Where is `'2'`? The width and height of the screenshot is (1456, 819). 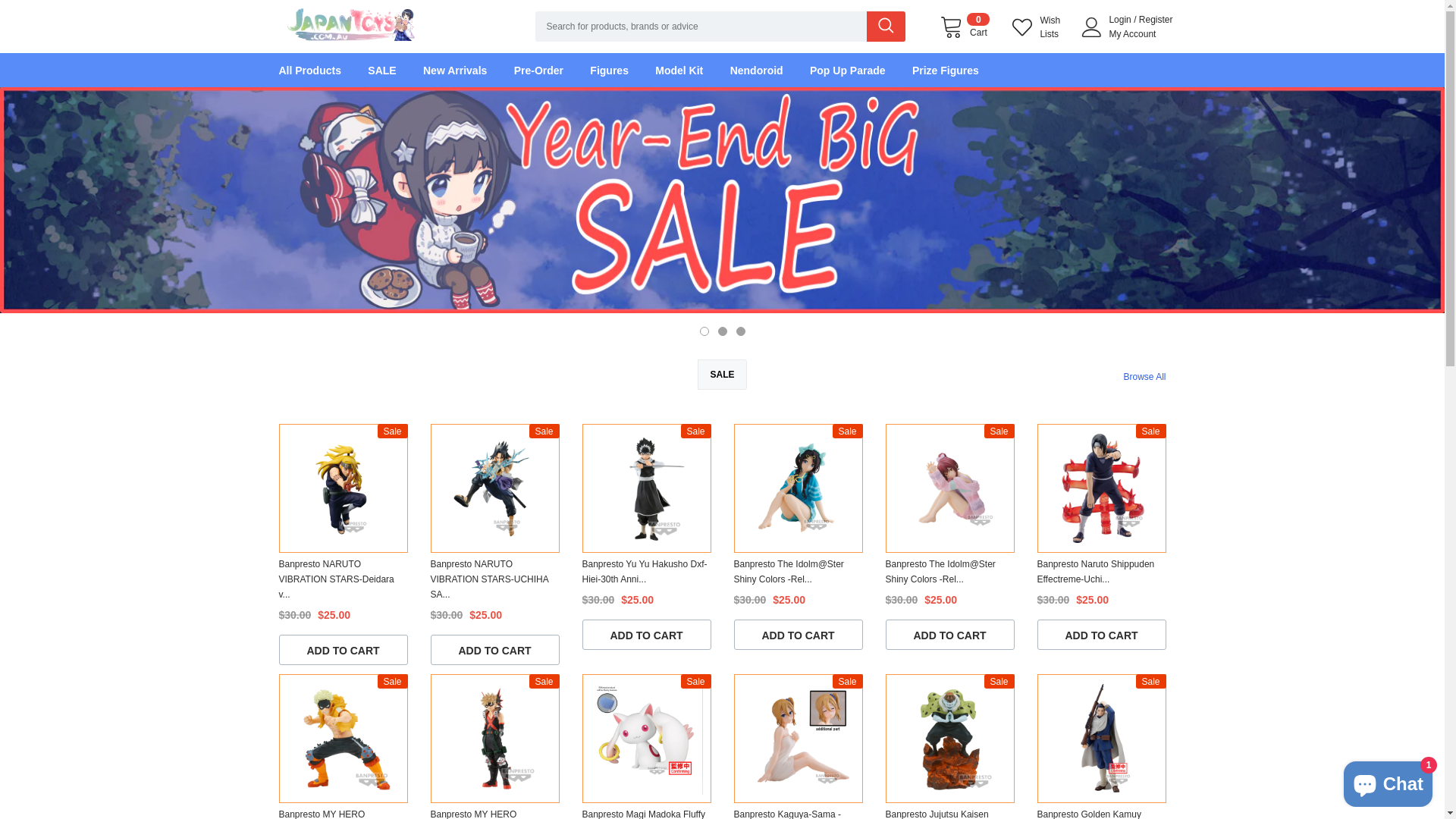
'2' is located at coordinates (716, 330).